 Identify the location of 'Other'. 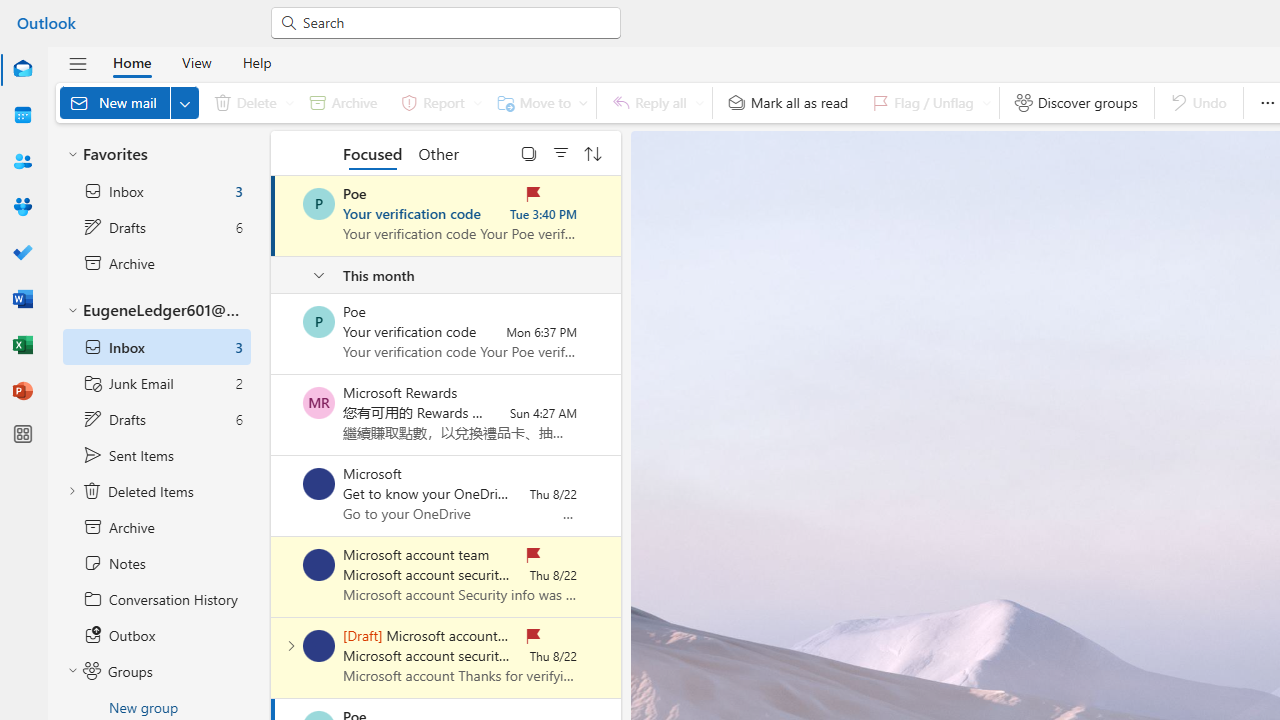
(437, 152).